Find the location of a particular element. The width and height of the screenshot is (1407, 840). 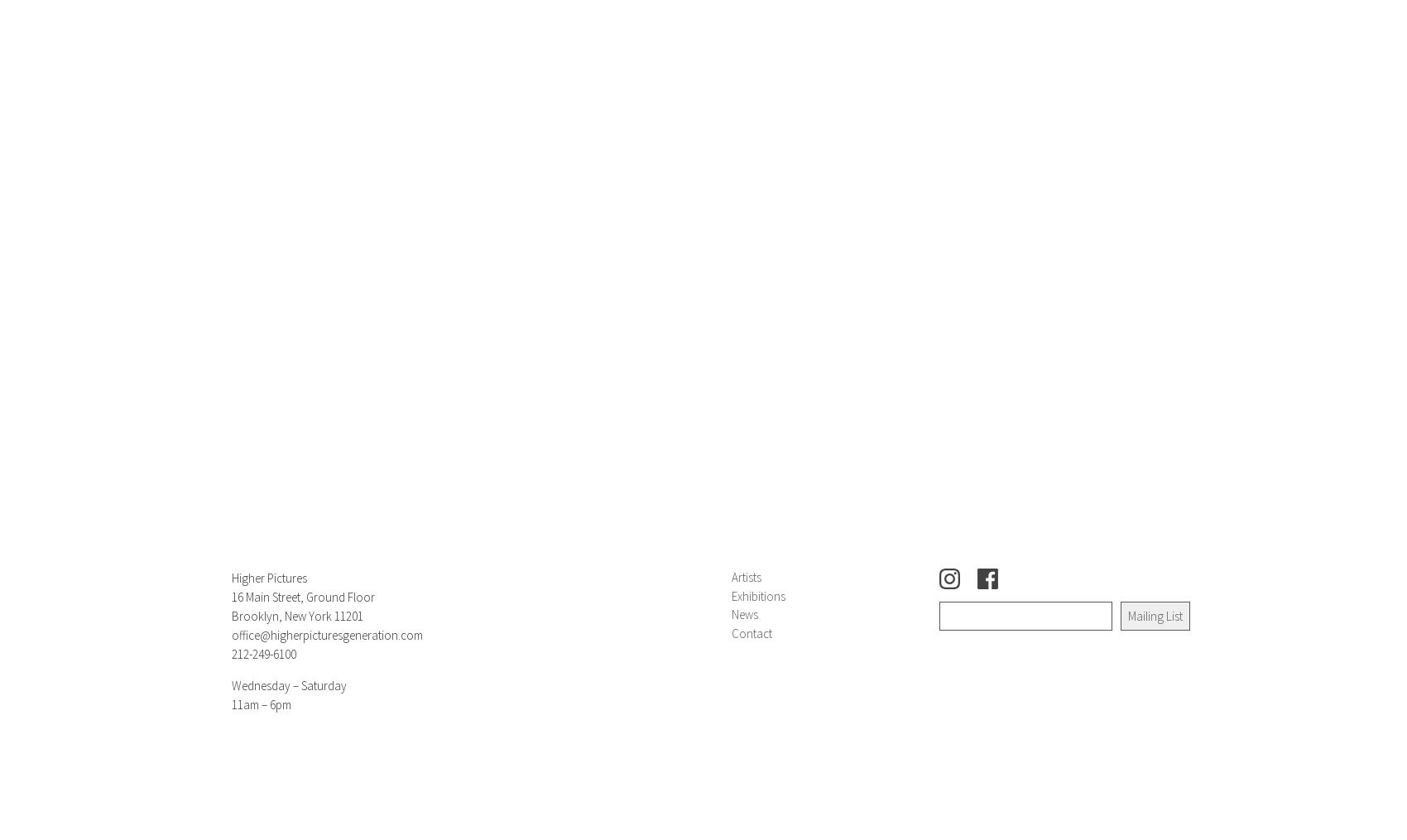

'11am – 6pm' is located at coordinates (262, 704).